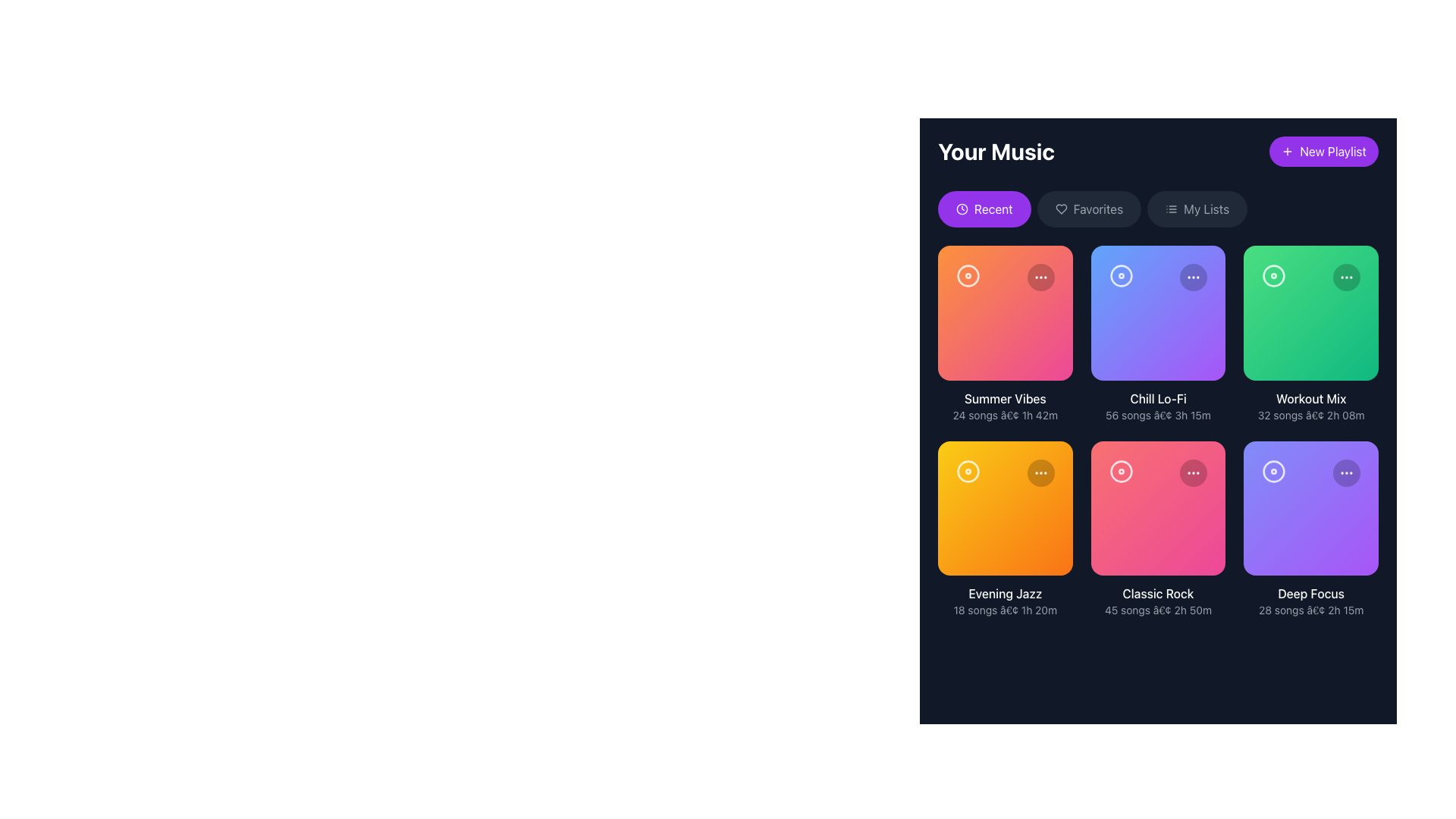 This screenshot has width=1456, height=819. What do you see at coordinates (1347, 472) in the screenshot?
I see `the Ellipsis icon located at the top-right corner of the 'Deep Focus' card, which serves as a trigger for additional options` at bounding box center [1347, 472].